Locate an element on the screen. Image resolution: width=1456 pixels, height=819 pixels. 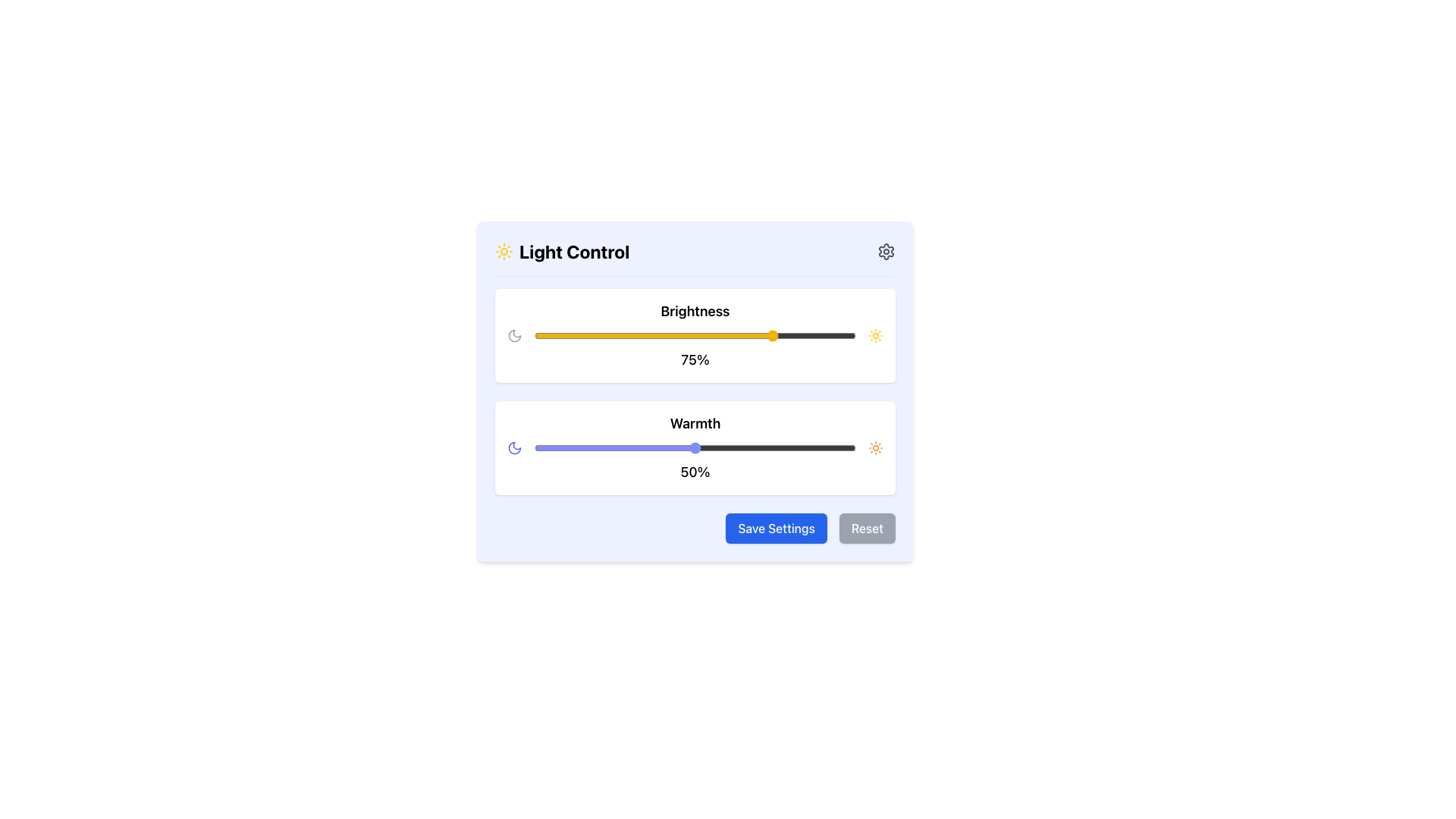
warmth is located at coordinates (675, 447).